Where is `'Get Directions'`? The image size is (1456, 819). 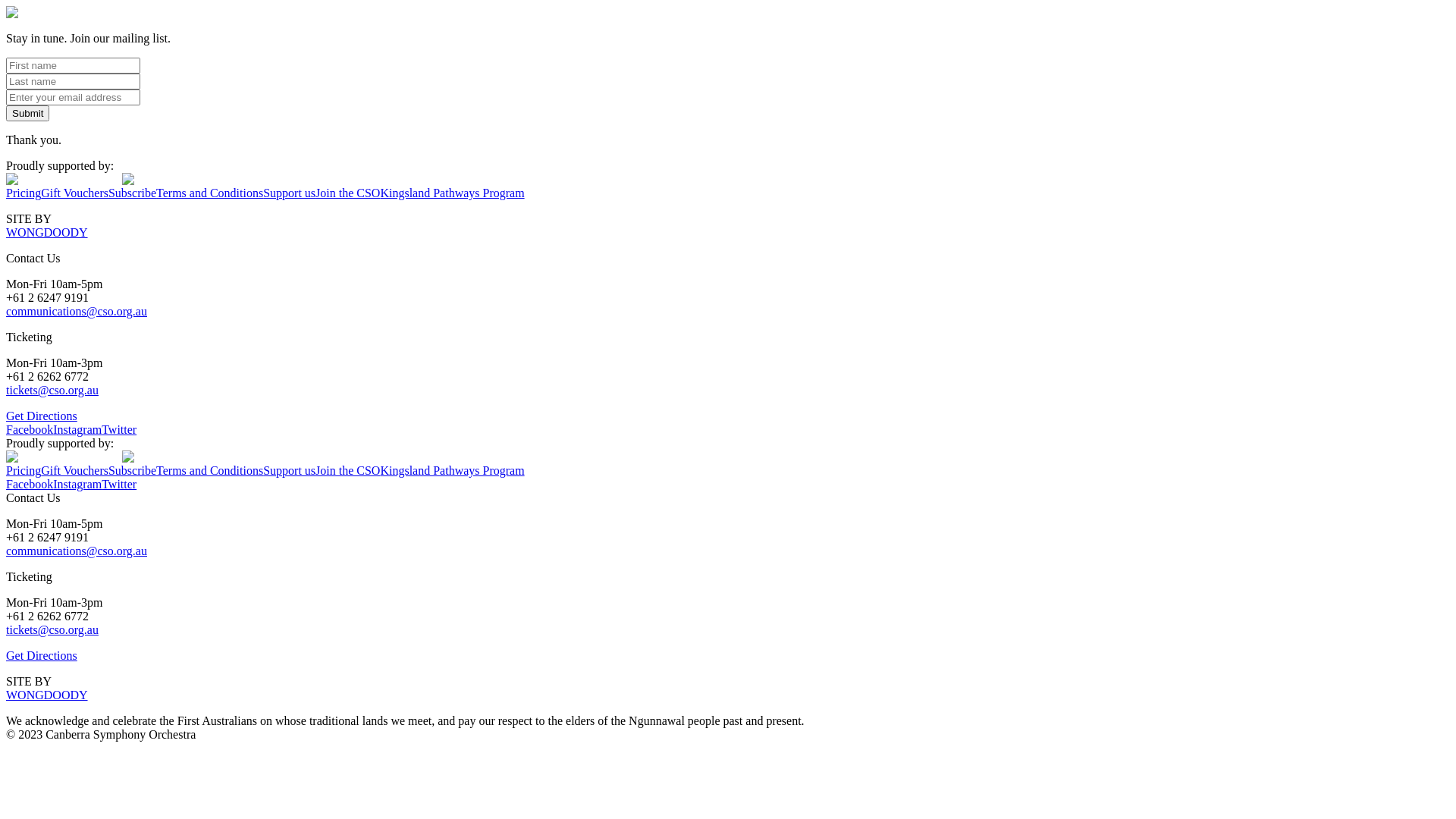
'Get Directions' is located at coordinates (6, 654).